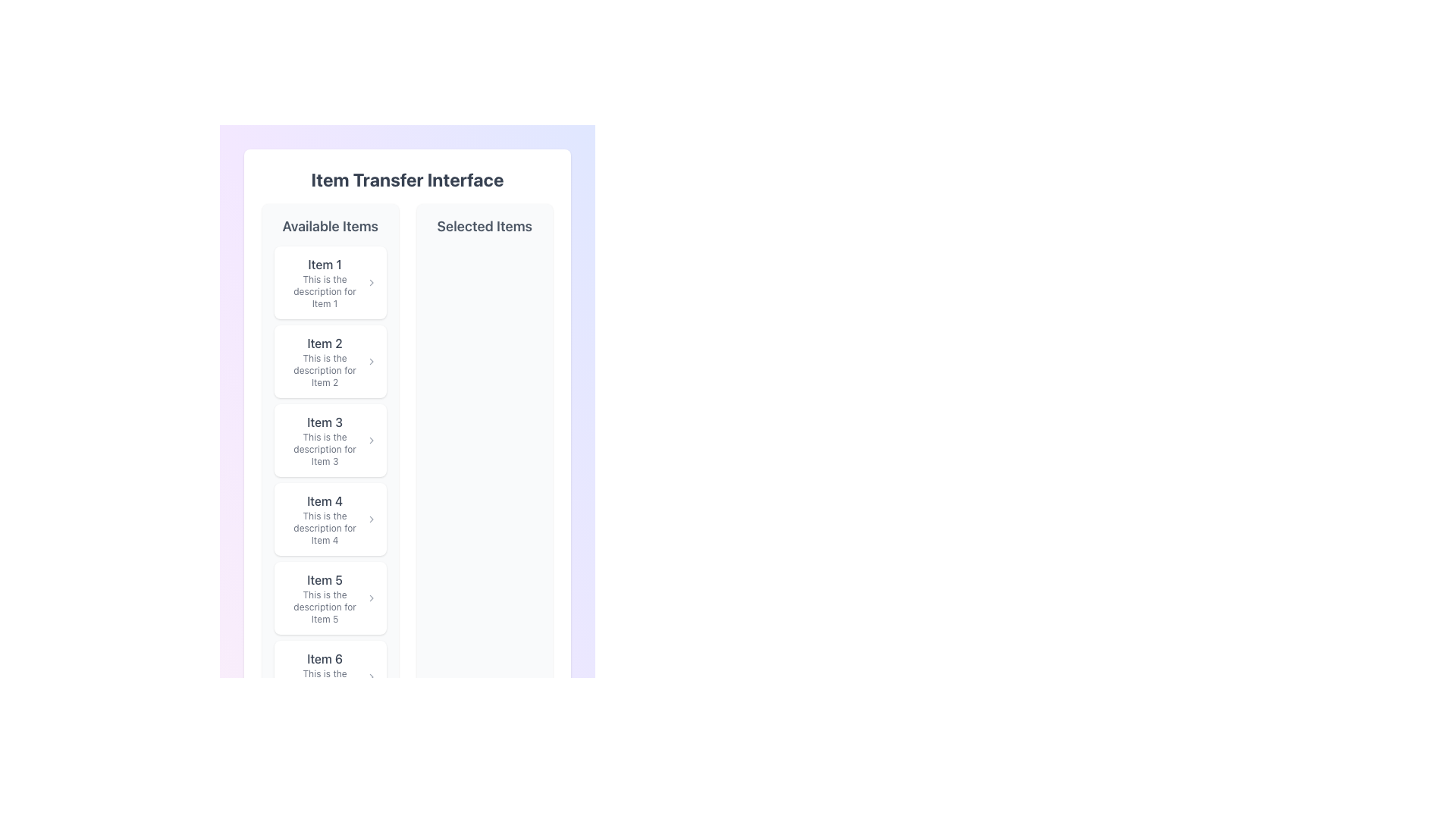 Image resolution: width=1456 pixels, height=819 pixels. I want to click on the third item in the 'Available Items' list, so click(324, 441).